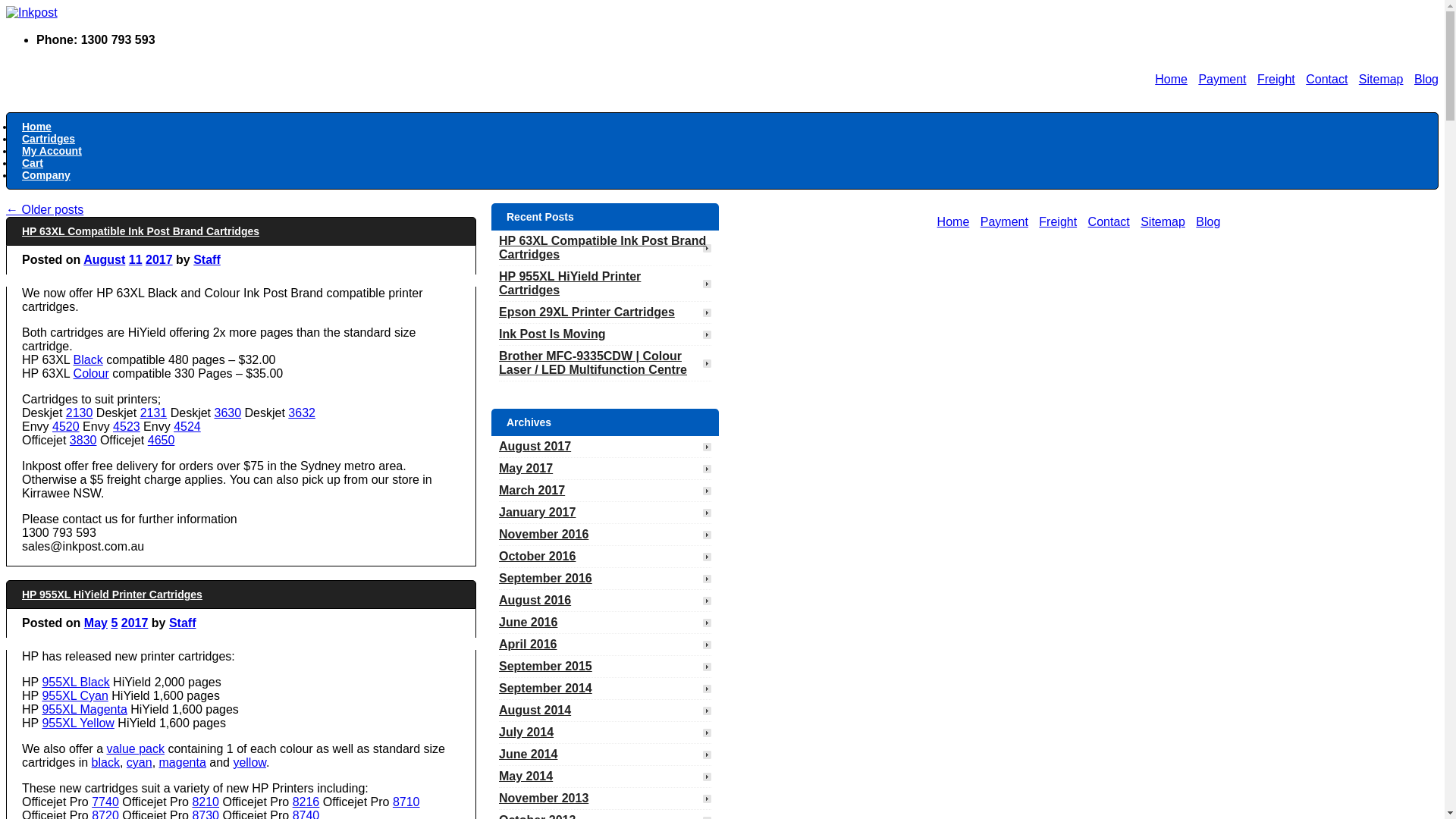 This screenshot has width=1456, height=819. I want to click on 'April 2016', so click(535, 644).